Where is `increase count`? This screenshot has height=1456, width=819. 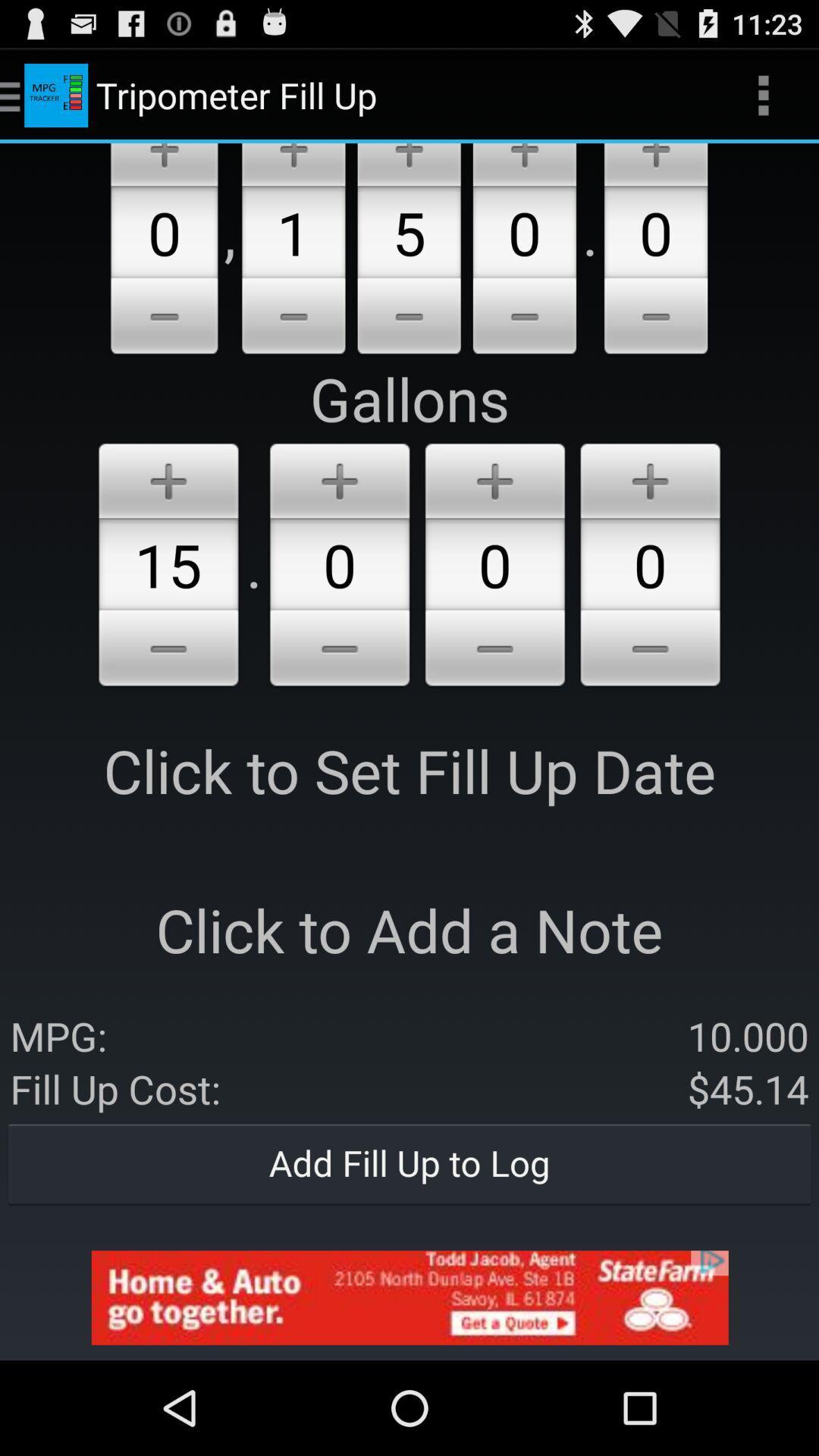 increase count is located at coordinates (293, 165).